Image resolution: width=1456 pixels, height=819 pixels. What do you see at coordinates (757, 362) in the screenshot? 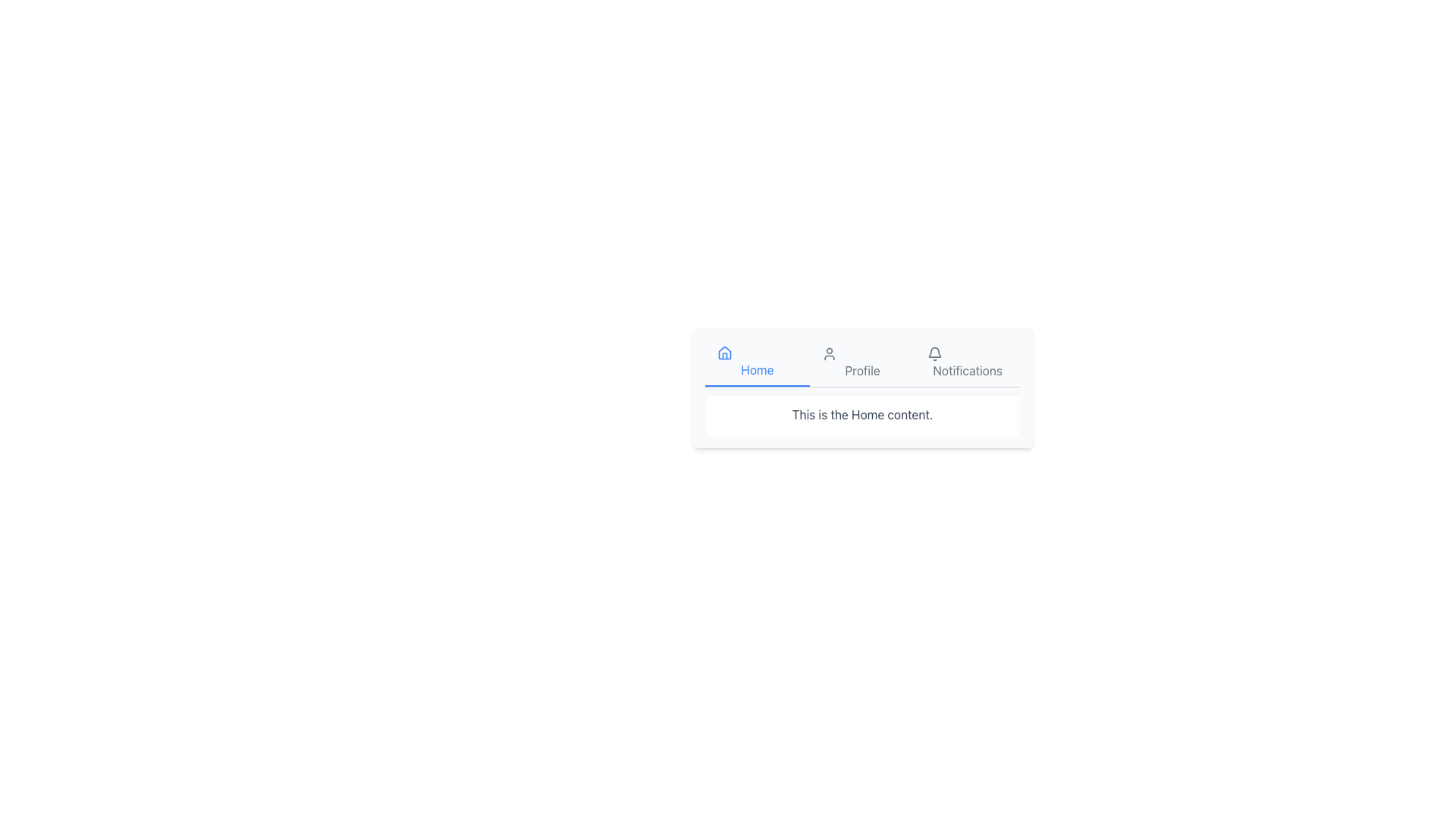
I see `the 'Home' button, which is the first button on the left in the navigation bar containing a home icon and labeled 'Home'` at bounding box center [757, 362].